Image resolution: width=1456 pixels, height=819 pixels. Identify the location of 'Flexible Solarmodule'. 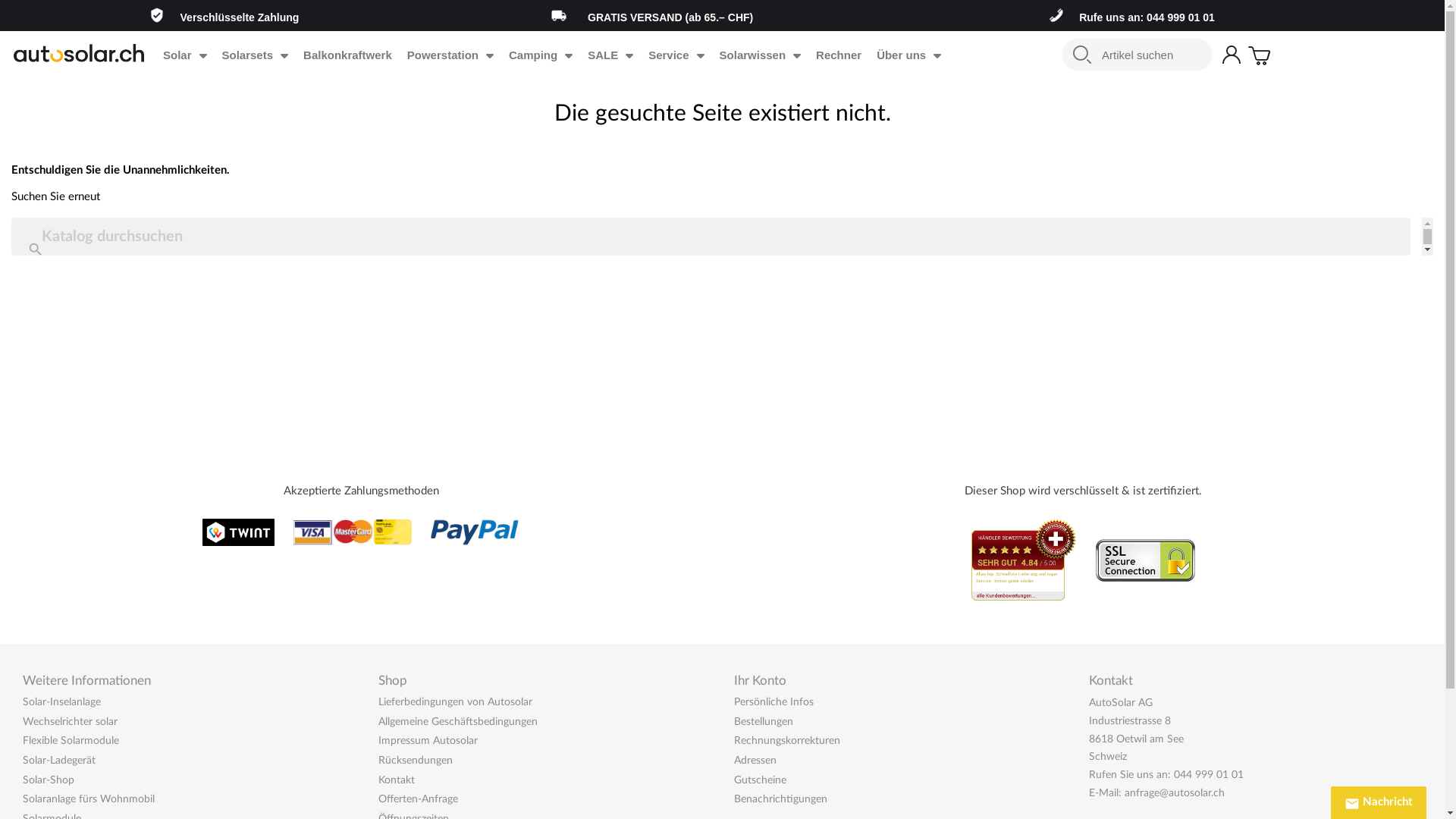
(70, 739).